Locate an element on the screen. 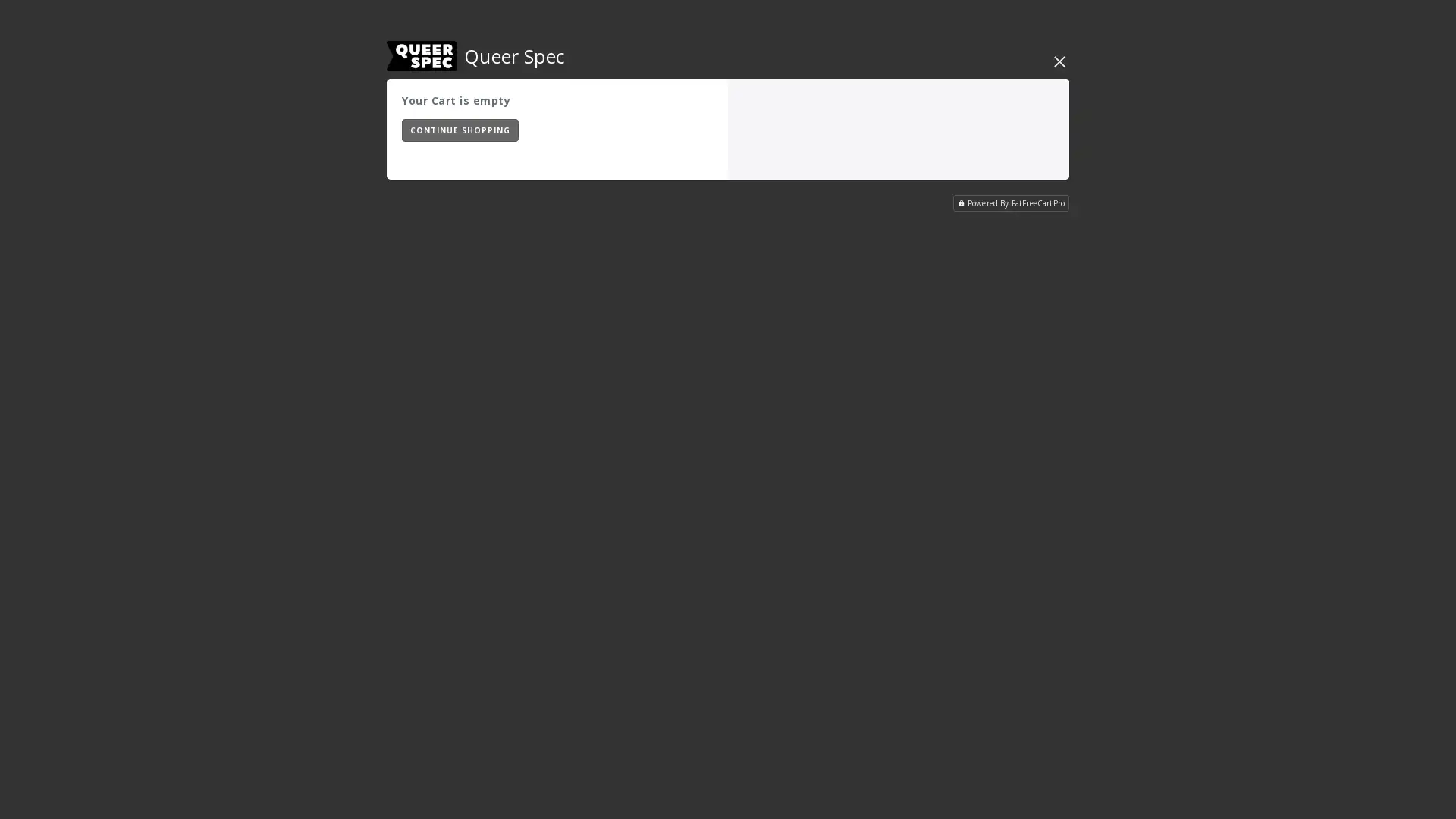  CONTINUE SHOPPING is located at coordinates (459, 130).